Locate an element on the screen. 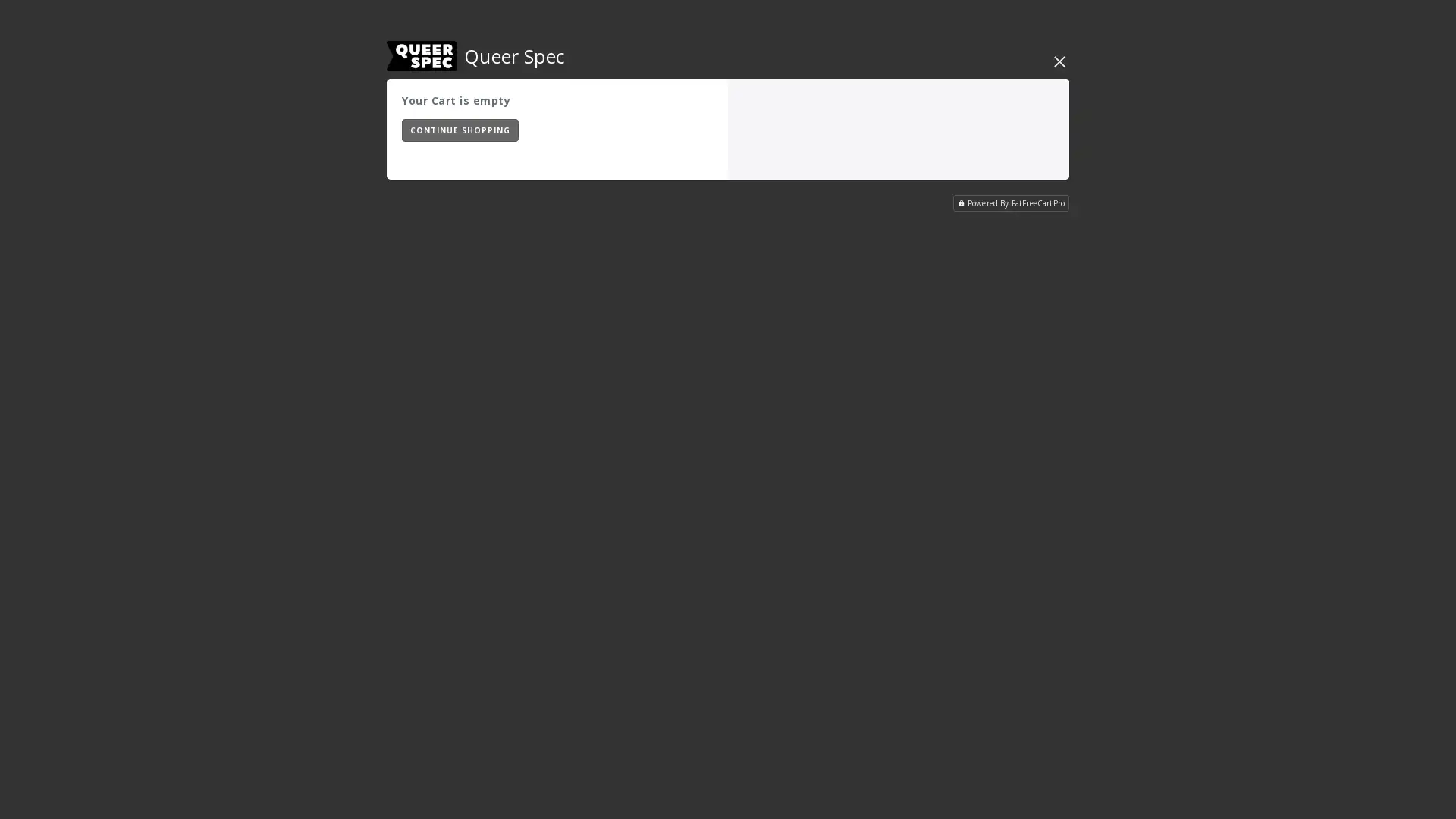  CONTINUE SHOPPING is located at coordinates (459, 130).